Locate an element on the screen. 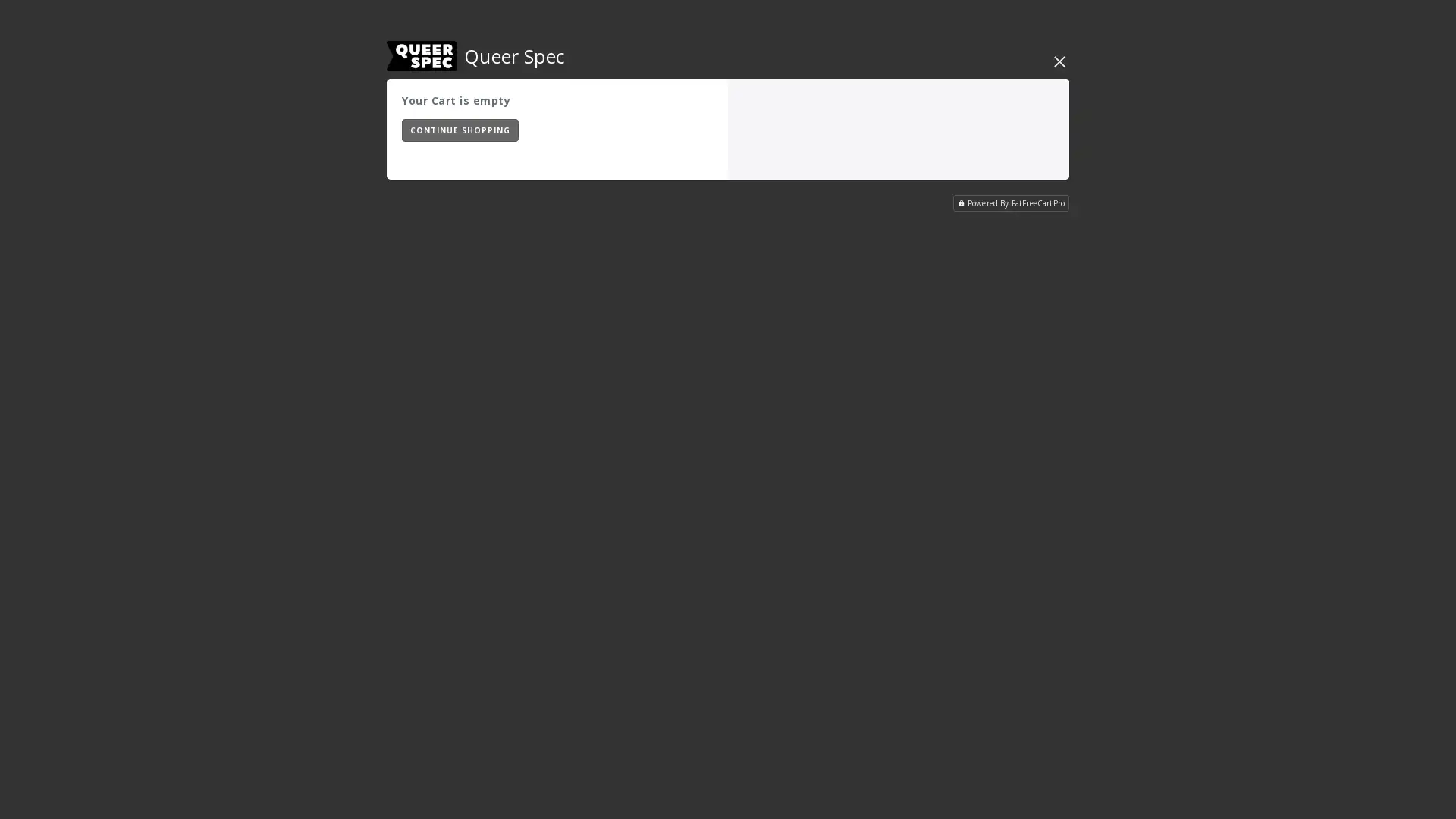  CONTINUE SHOPPING is located at coordinates (459, 130).